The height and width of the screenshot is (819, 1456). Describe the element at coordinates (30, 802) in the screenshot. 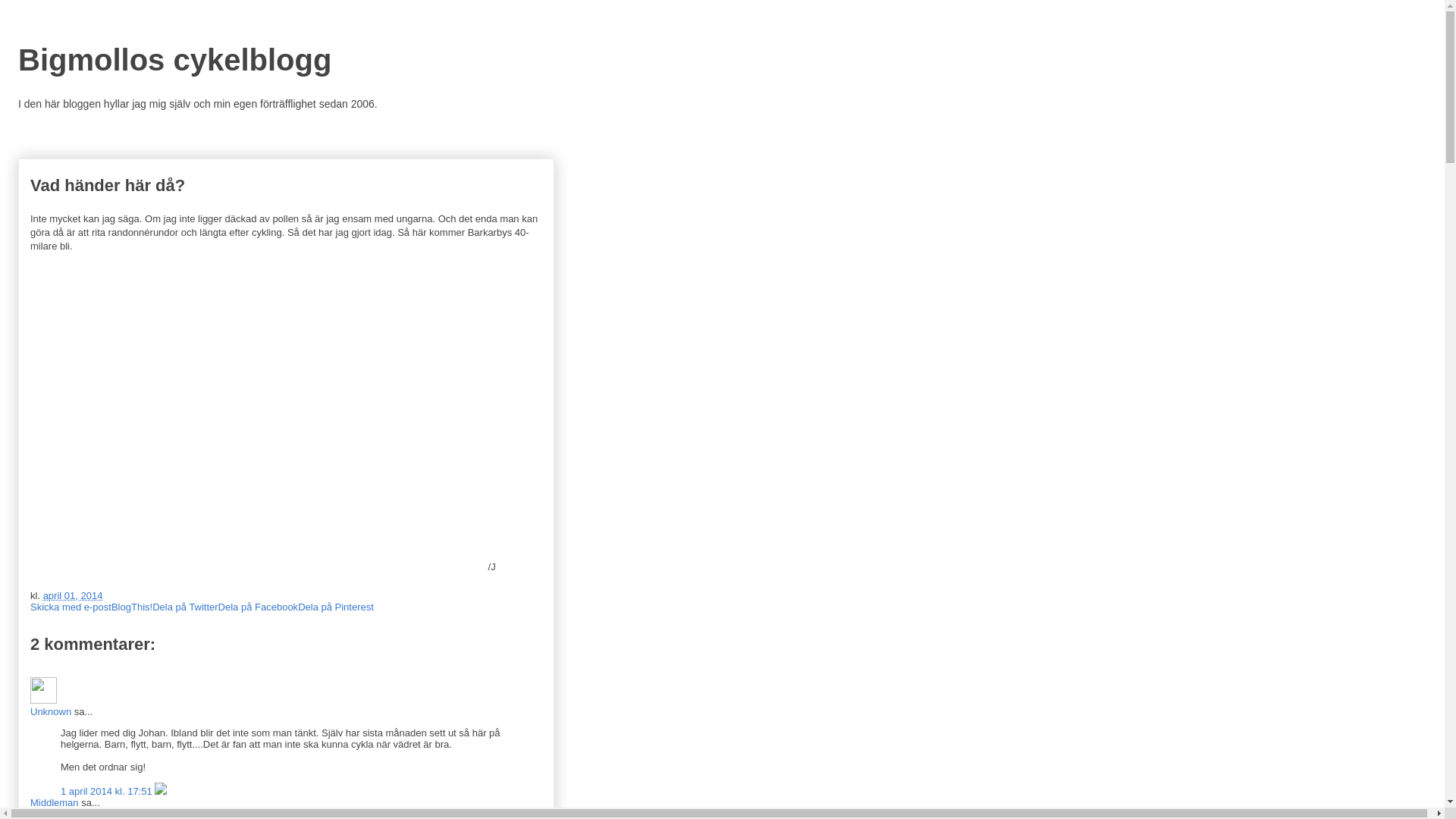

I see `'Middleman'` at that location.